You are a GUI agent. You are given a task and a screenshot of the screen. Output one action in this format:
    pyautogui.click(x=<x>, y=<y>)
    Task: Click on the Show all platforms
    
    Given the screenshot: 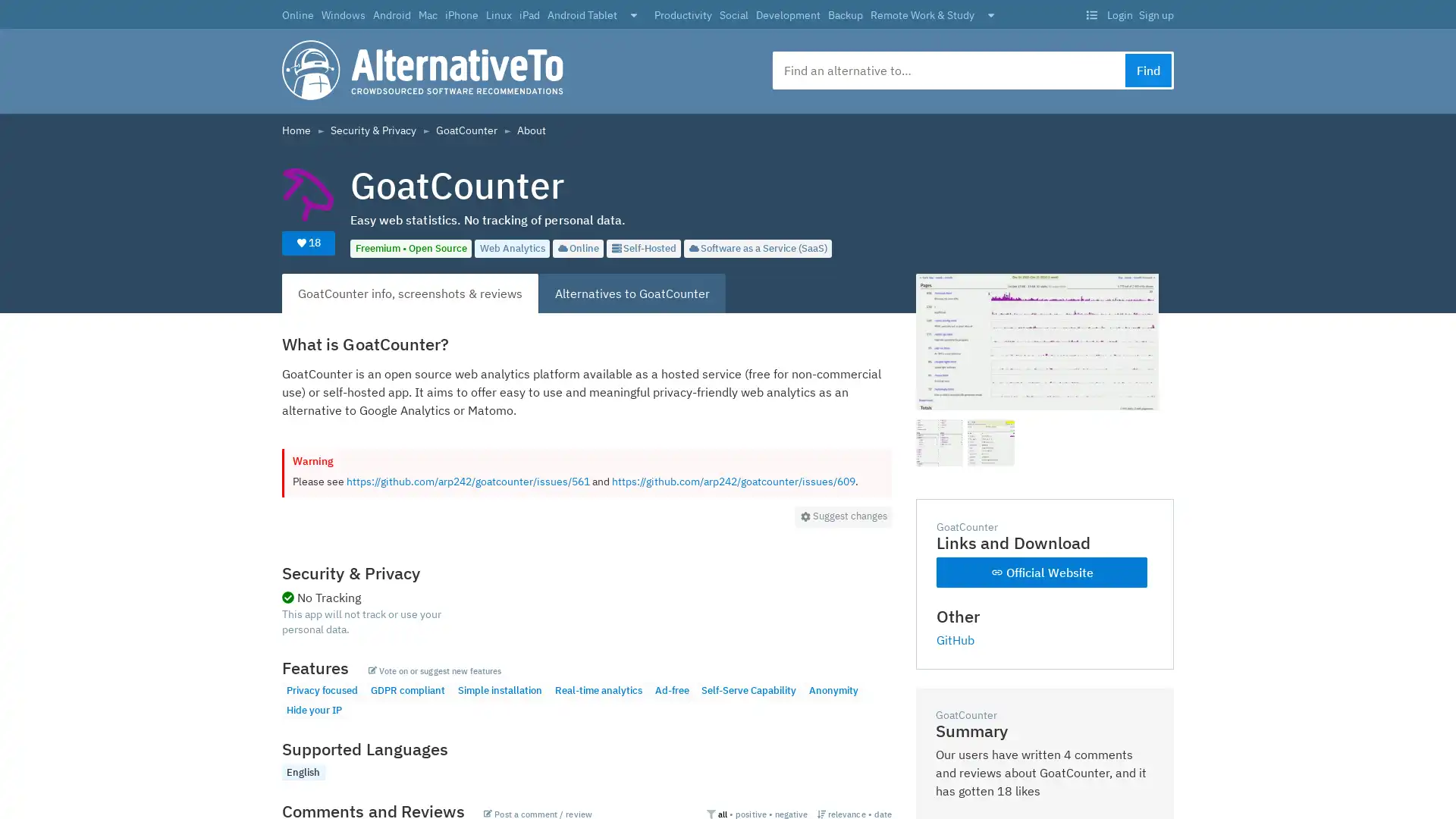 What is the action you would take?
    pyautogui.click(x=633, y=16)
    